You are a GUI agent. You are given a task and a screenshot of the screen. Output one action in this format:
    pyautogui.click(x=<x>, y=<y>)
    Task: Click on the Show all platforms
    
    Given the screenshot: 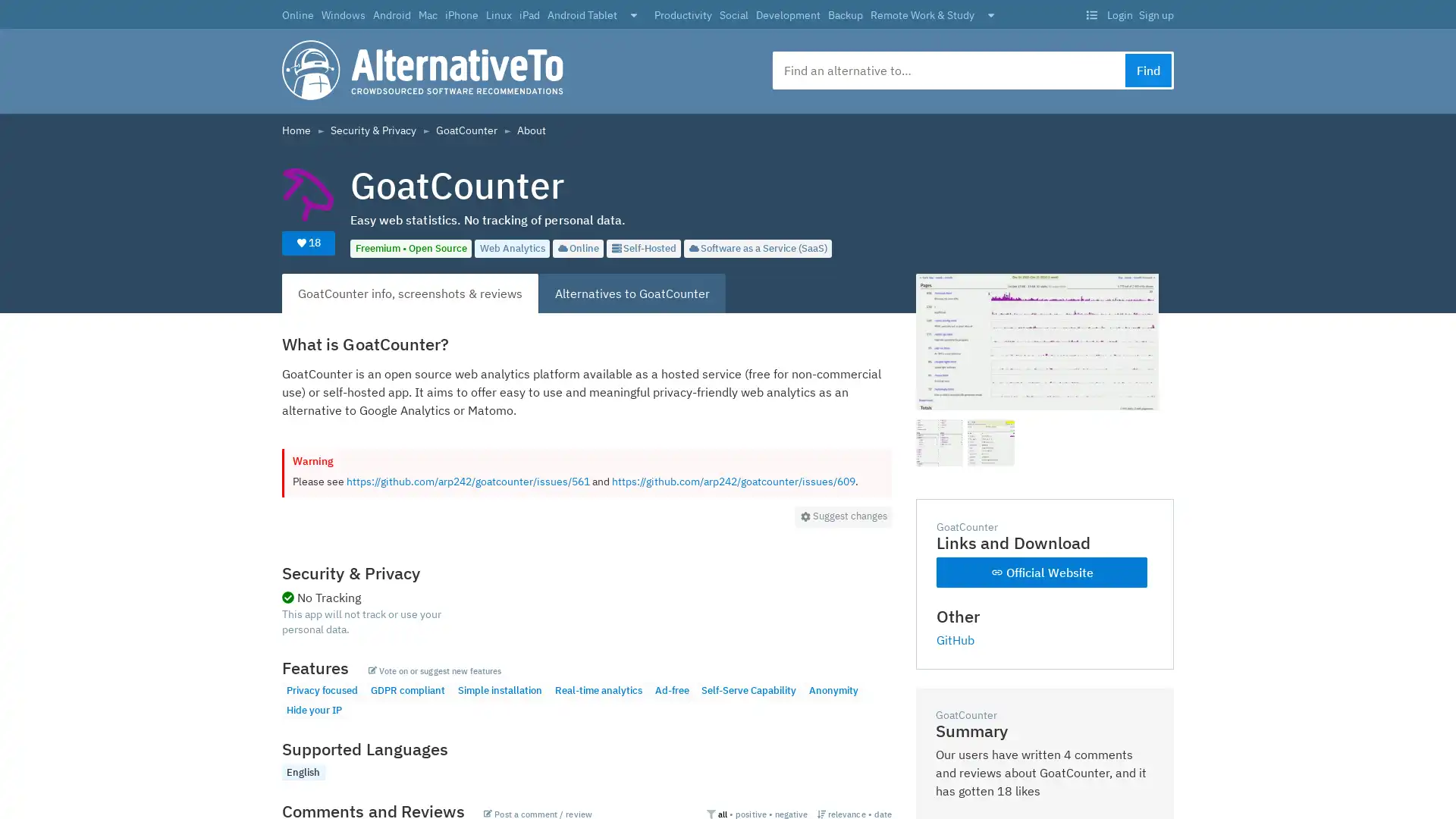 What is the action you would take?
    pyautogui.click(x=633, y=16)
    